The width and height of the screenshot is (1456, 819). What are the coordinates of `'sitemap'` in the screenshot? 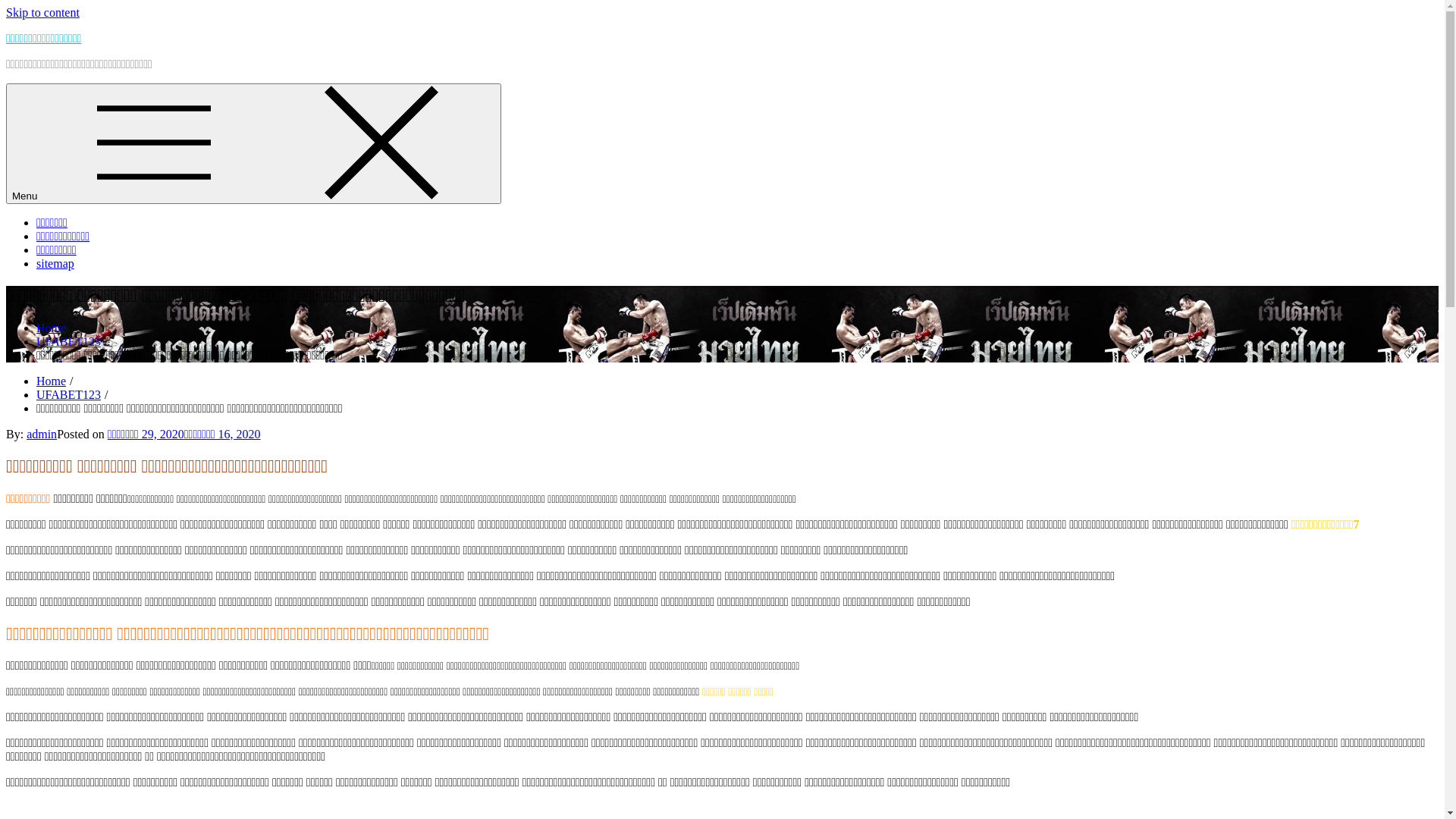 It's located at (36, 262).